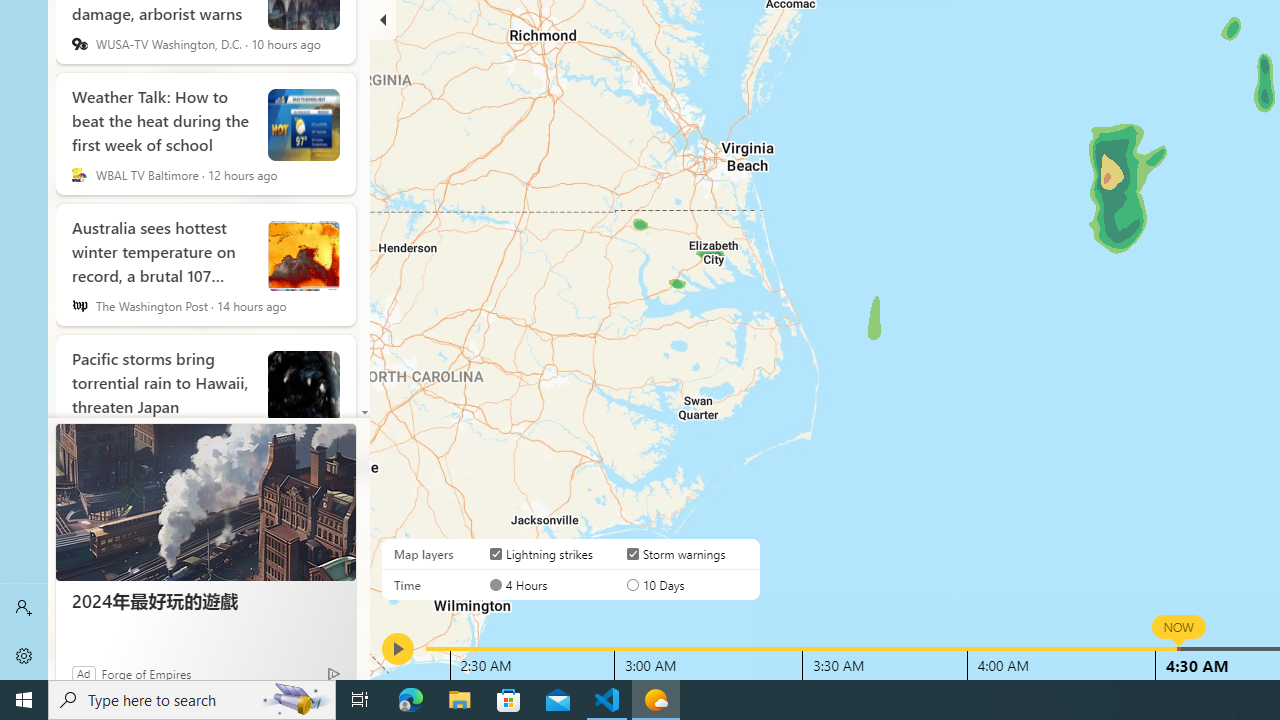  Describe the element at coordinates (24, 698) in the screenshot. I see `'Start'` at that location.